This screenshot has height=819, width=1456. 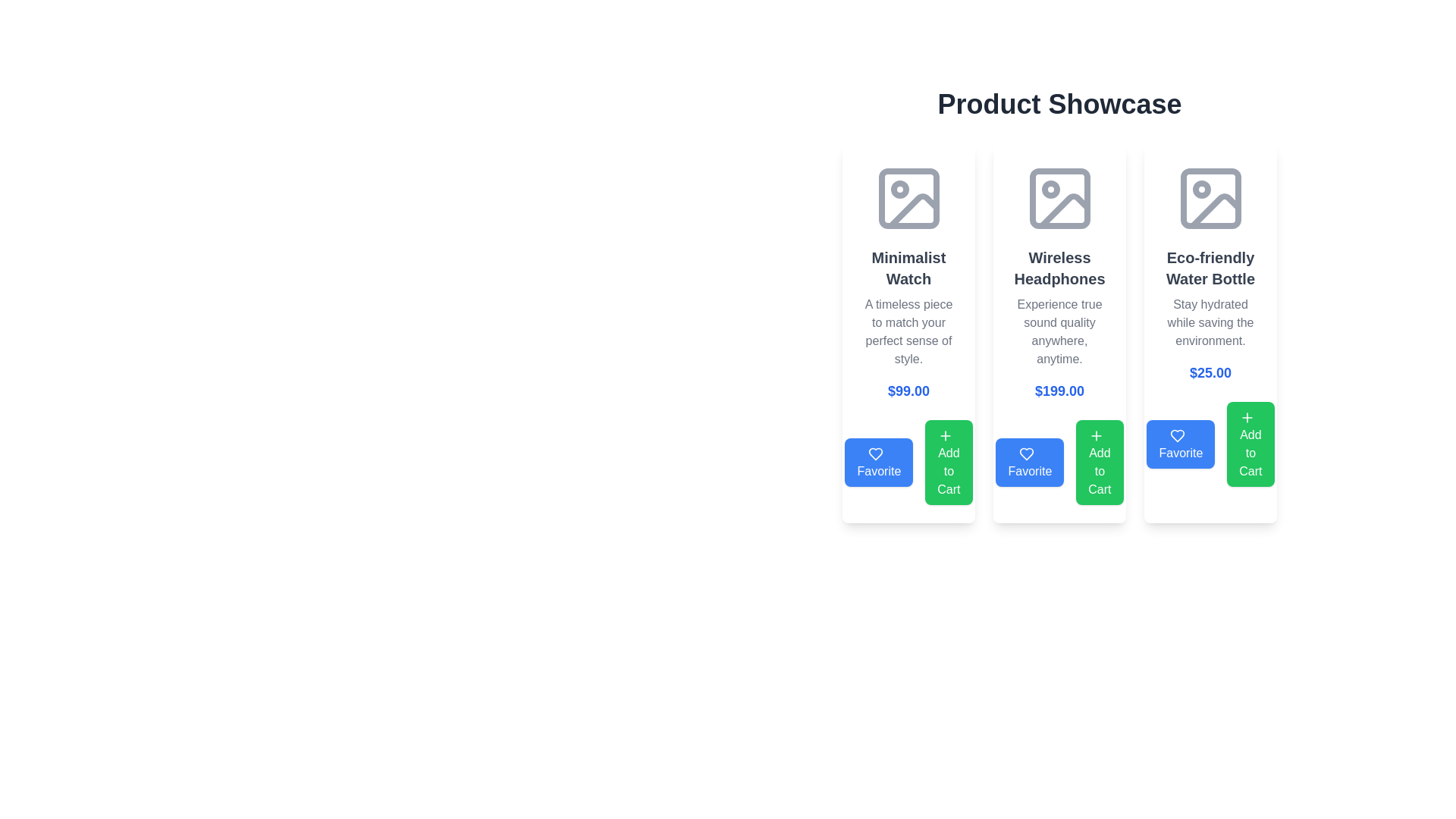 I want to click on the '+' icon in the green 'Add to Cart' button of the second product card for 'Wireless Headphones', so click(x=1097, y=435).